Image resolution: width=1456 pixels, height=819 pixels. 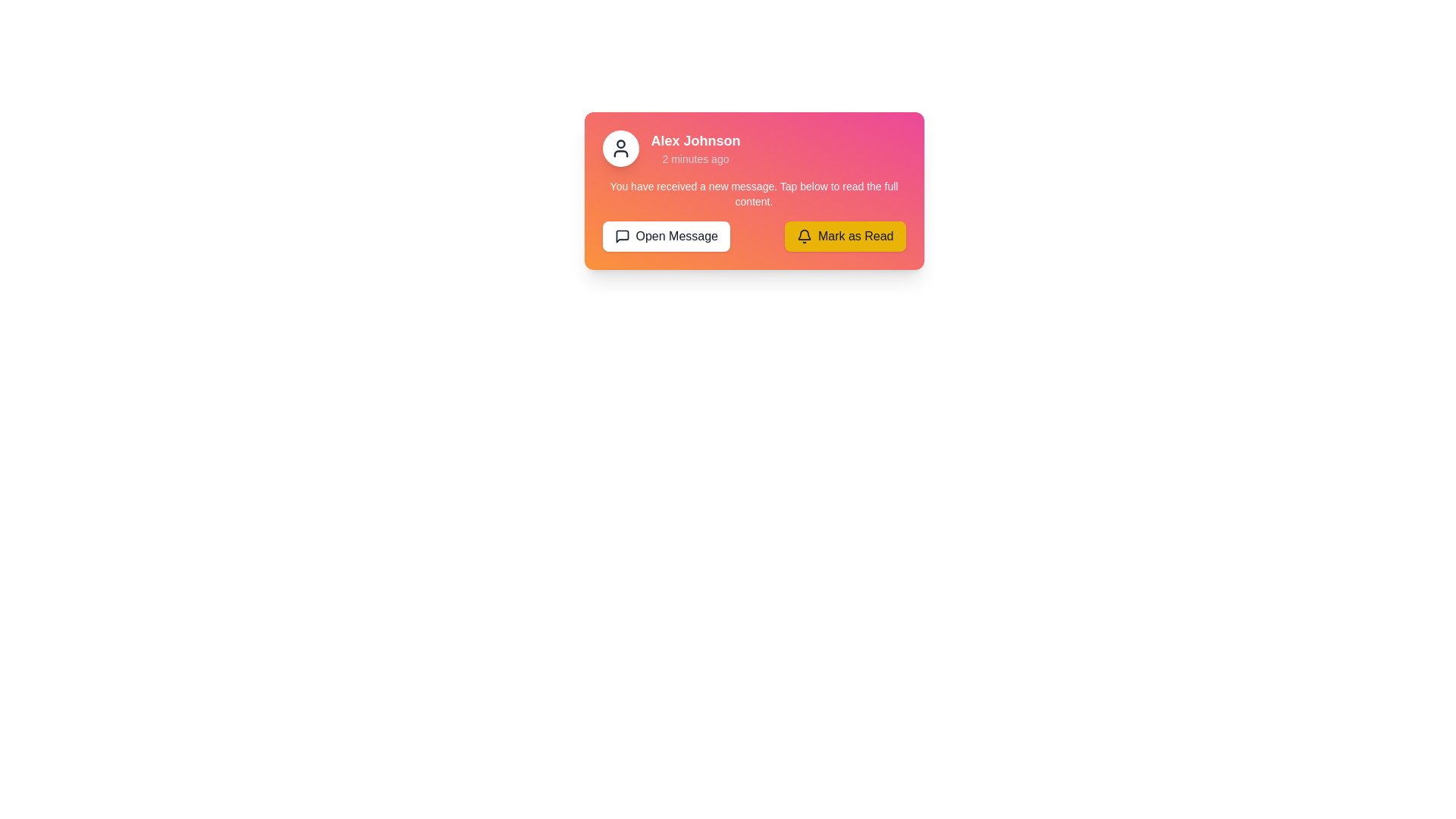 What do you see at coordinates (695, 158) in the screenshot?
I see `the text label that reads '2 minutes ago', styled in muted gray and positioned below the 'Alex Johnson' label within a notification card` at bounding box center [695, 158].